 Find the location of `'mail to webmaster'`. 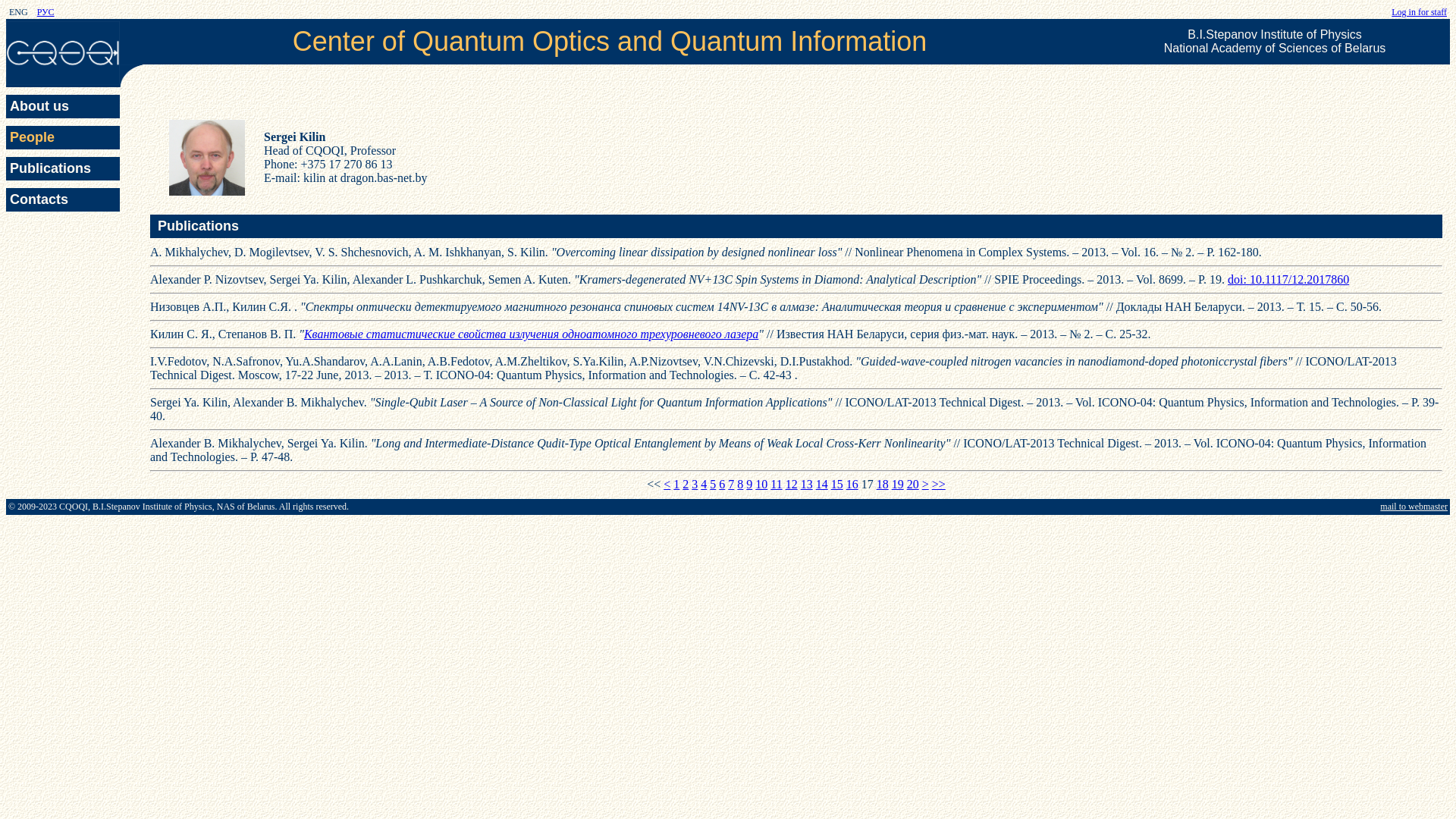

'mail to webmaster' is located at coordinates (1413, 506).